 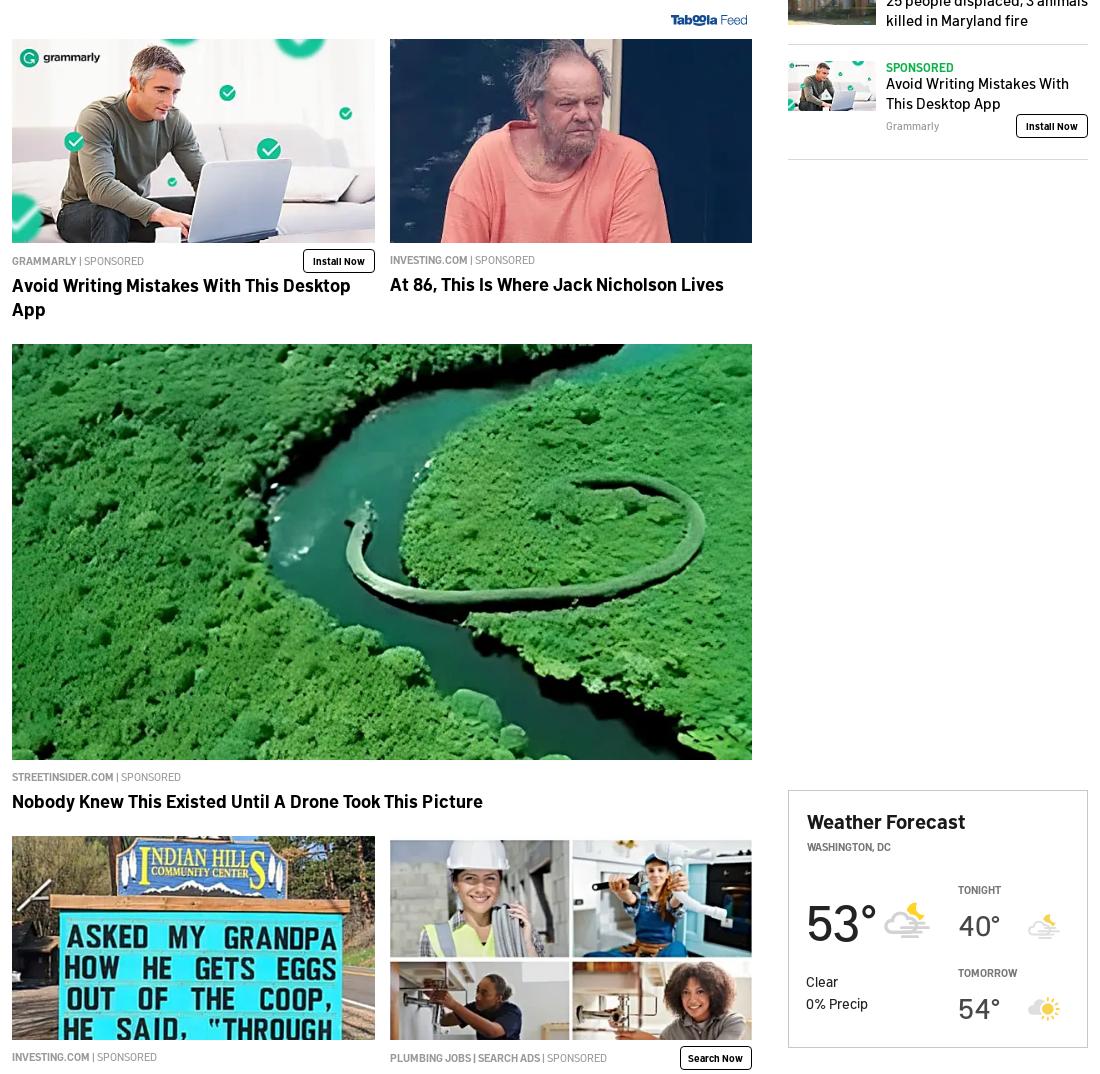 I want to click on 'Tonight', so click(x=978, y=888).